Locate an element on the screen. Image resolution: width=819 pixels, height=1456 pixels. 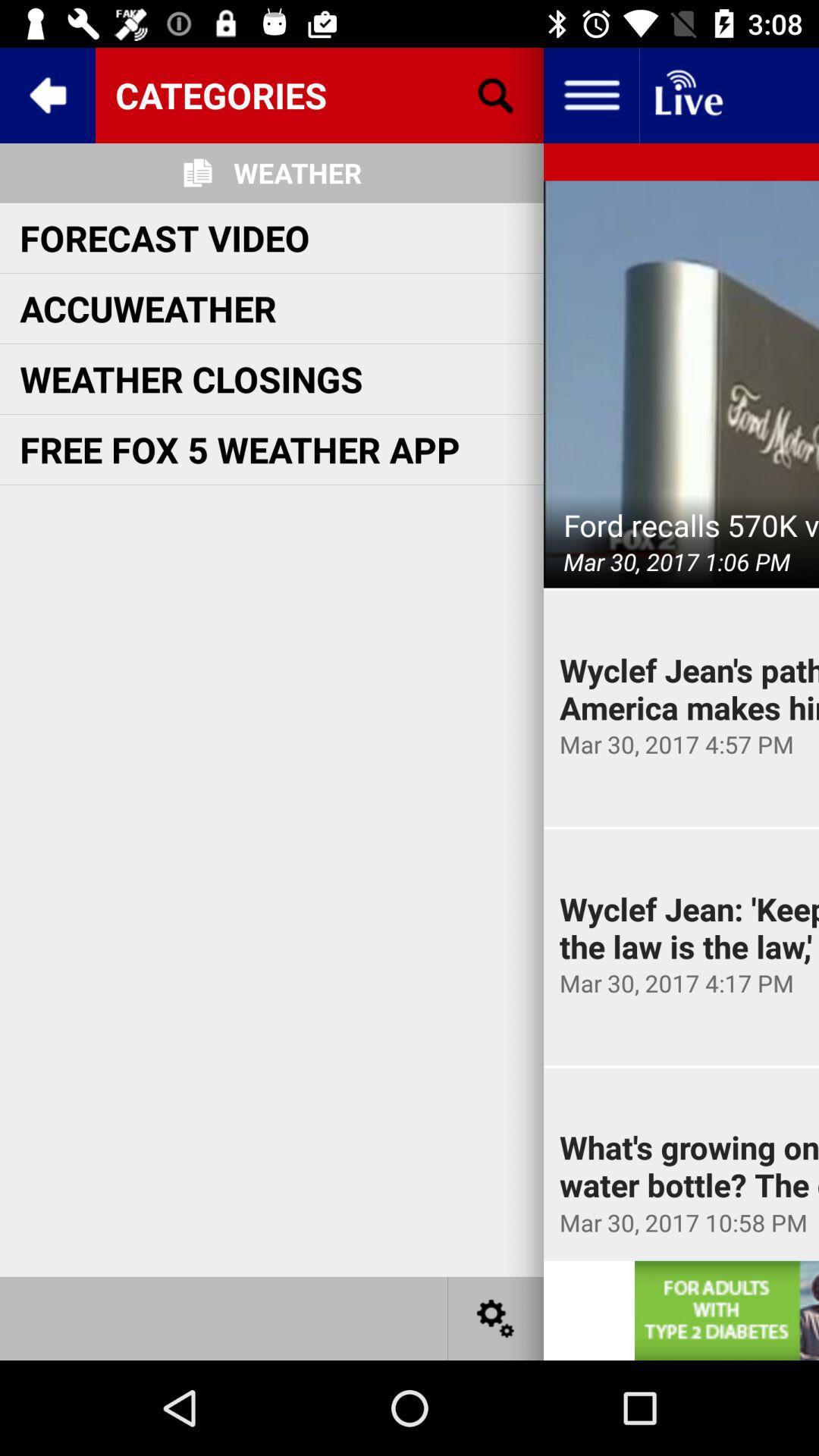
open menu option is located at coordinates (590, 94).